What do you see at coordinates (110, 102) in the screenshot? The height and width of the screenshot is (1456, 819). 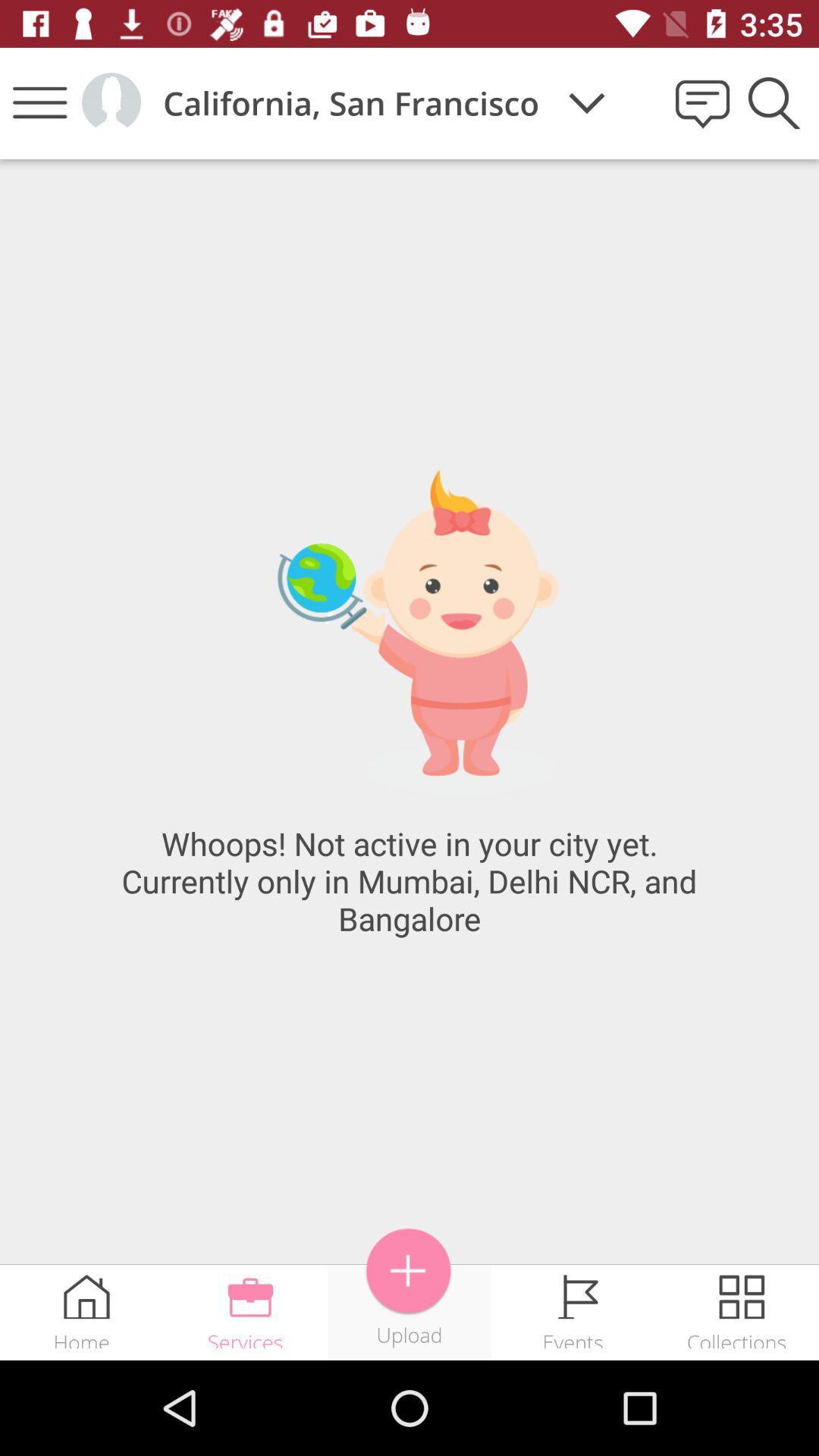 I see `current user` at bounding box center [110, 102].